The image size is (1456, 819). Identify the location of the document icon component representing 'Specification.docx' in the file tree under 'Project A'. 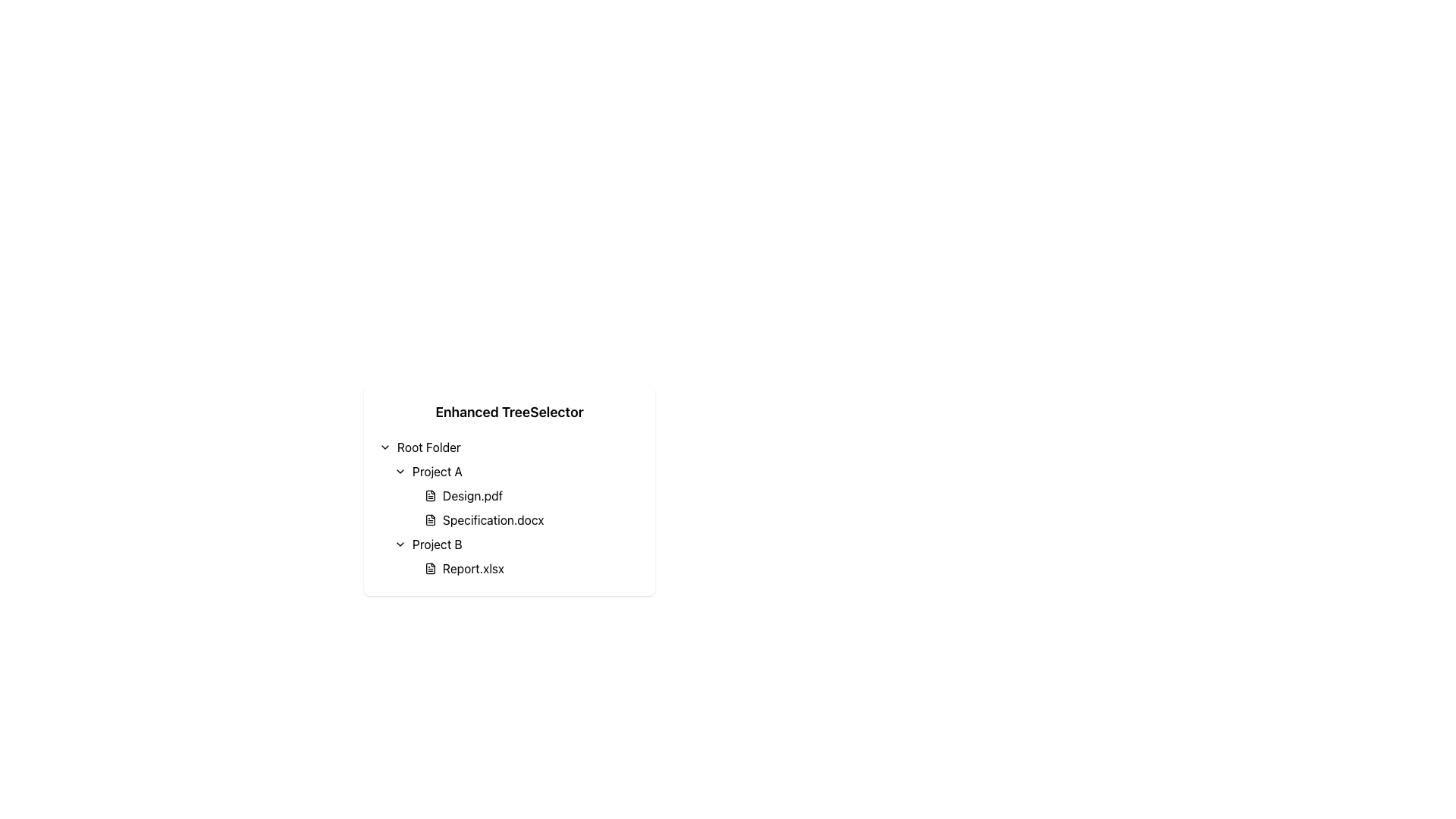
(429, 519).